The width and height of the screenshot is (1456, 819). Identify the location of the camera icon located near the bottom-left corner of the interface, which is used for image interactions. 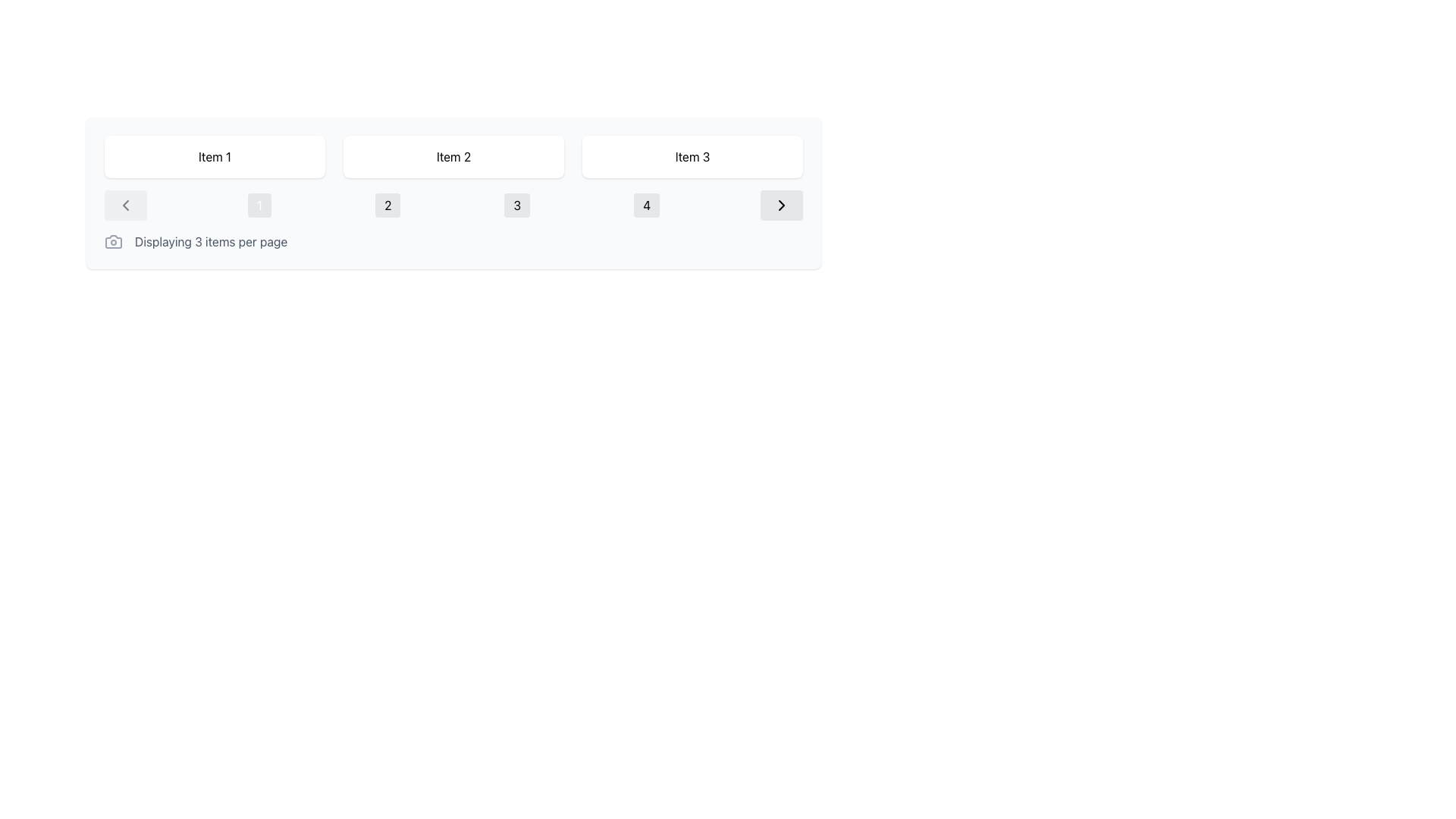
(112, 241).